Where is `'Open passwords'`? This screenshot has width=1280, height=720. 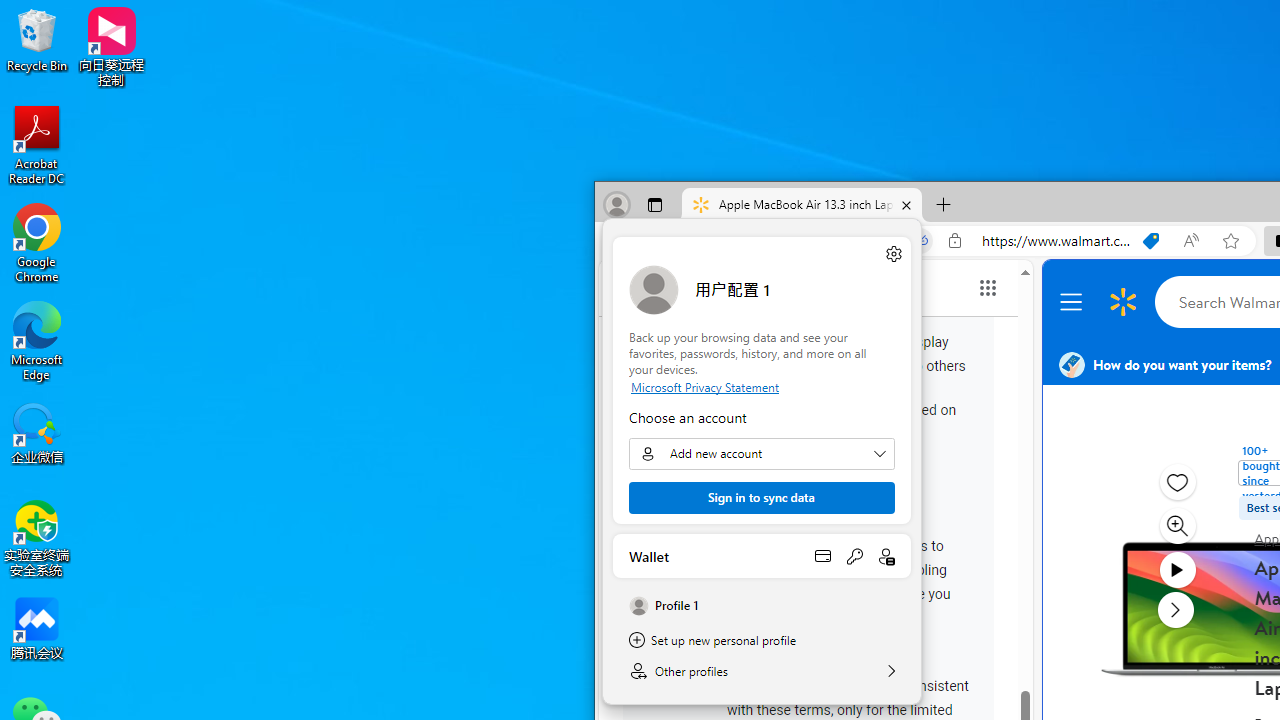 'Open passwords' is located at coordinates (854, 555).